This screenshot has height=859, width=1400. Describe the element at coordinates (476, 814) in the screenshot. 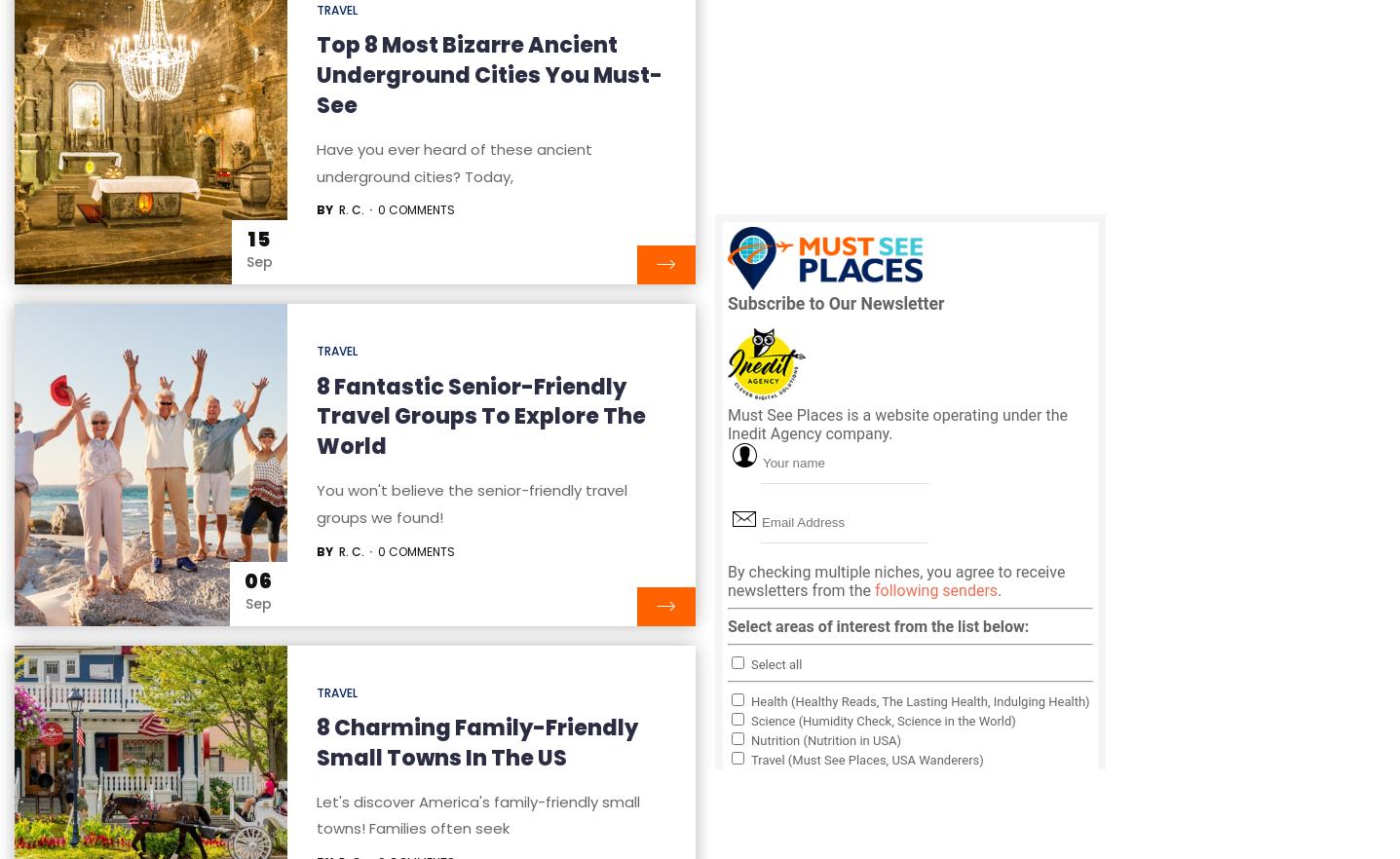

I see `'Let's discover America's family-friendly small towns! Families often seek'` at that location.